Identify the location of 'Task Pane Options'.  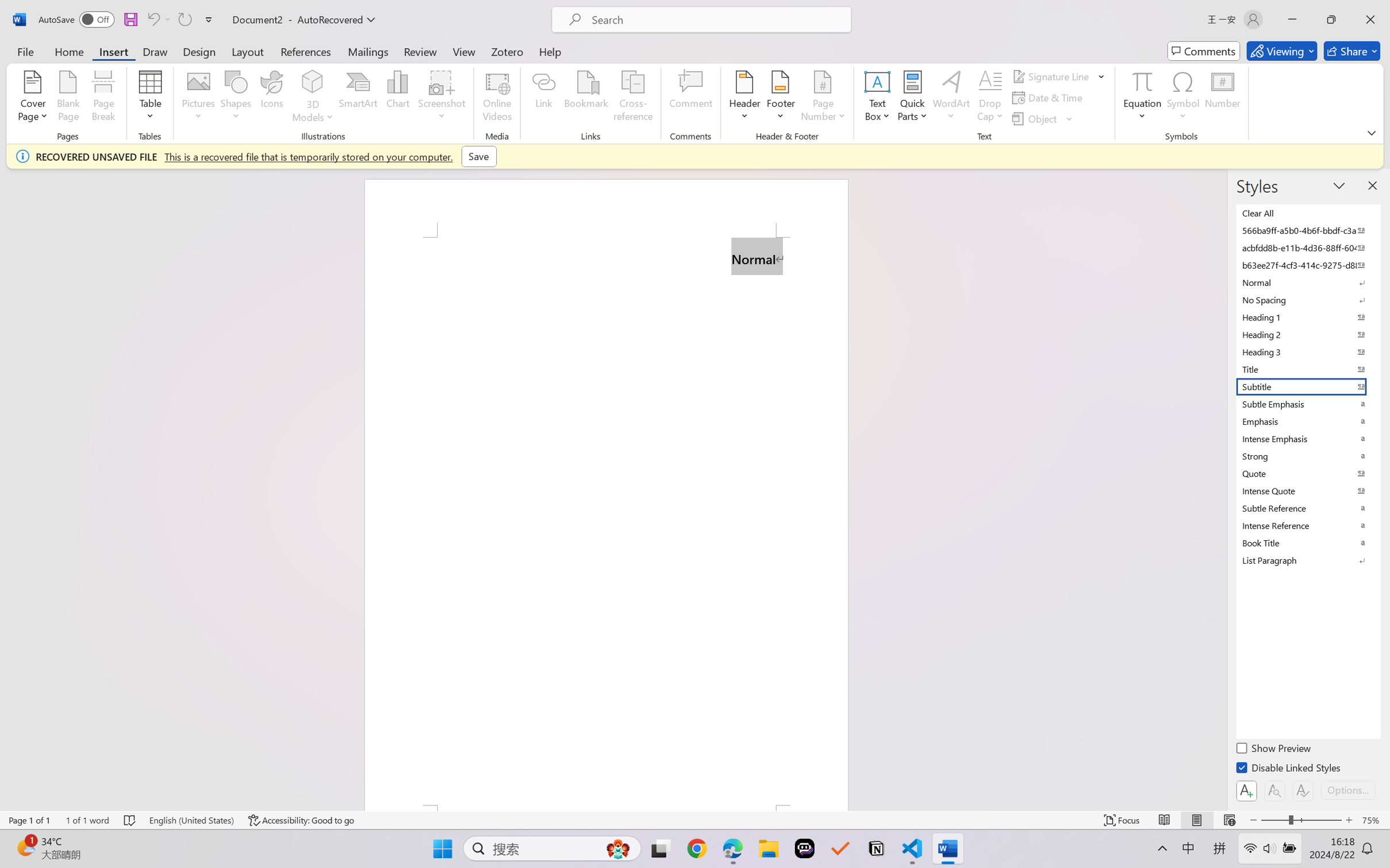
(1339, 185).